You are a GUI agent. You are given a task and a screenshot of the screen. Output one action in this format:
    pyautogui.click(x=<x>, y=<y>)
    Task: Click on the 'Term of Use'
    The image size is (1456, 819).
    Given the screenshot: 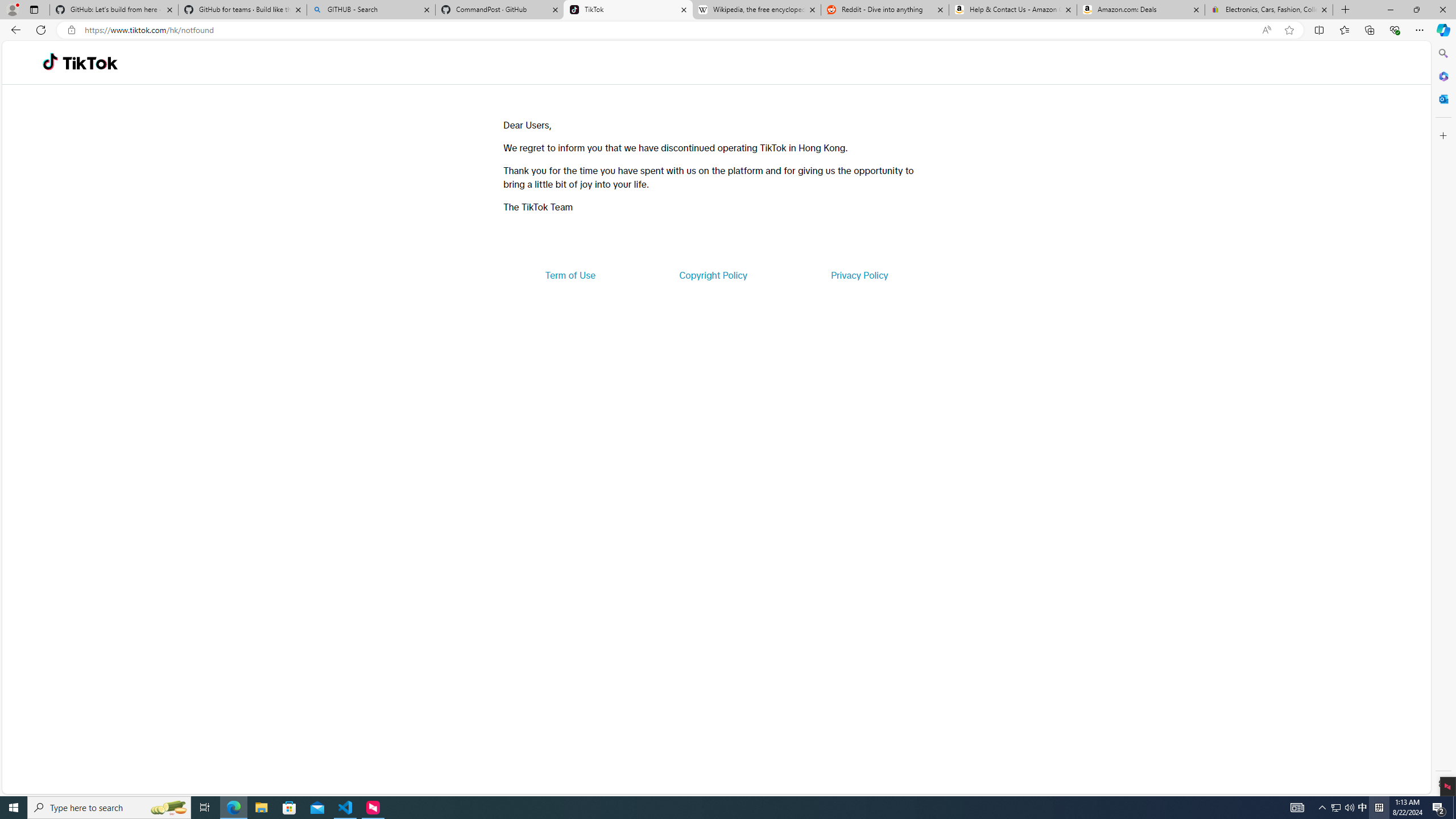 What is the action you would take?
    pyautogui.click(x=570, y=274)
    